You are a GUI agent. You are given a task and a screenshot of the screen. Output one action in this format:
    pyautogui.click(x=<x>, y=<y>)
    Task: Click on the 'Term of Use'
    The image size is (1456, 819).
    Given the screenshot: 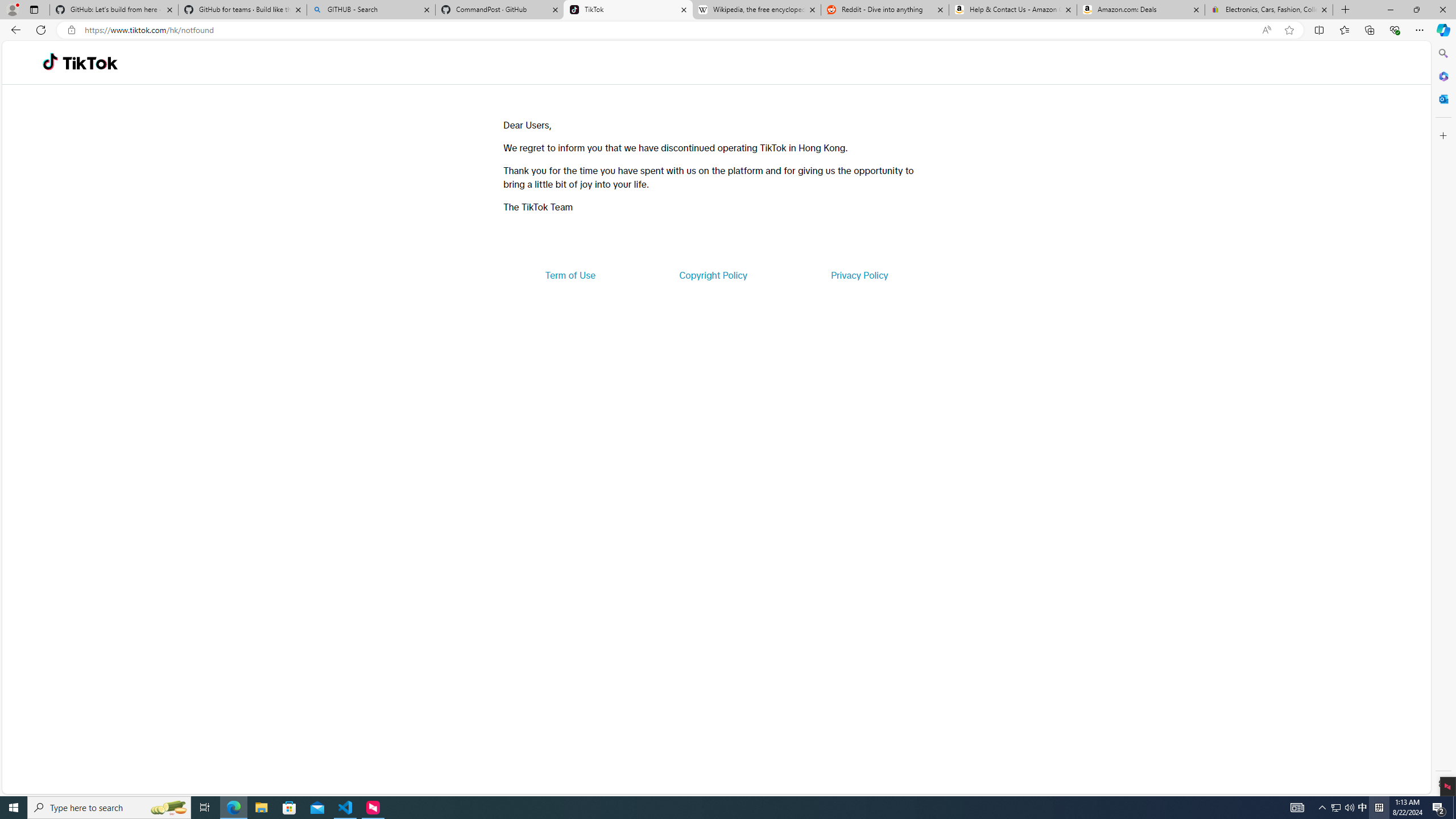 What is the action you would take?
    pyautogui.click(x=570, y=274)
    